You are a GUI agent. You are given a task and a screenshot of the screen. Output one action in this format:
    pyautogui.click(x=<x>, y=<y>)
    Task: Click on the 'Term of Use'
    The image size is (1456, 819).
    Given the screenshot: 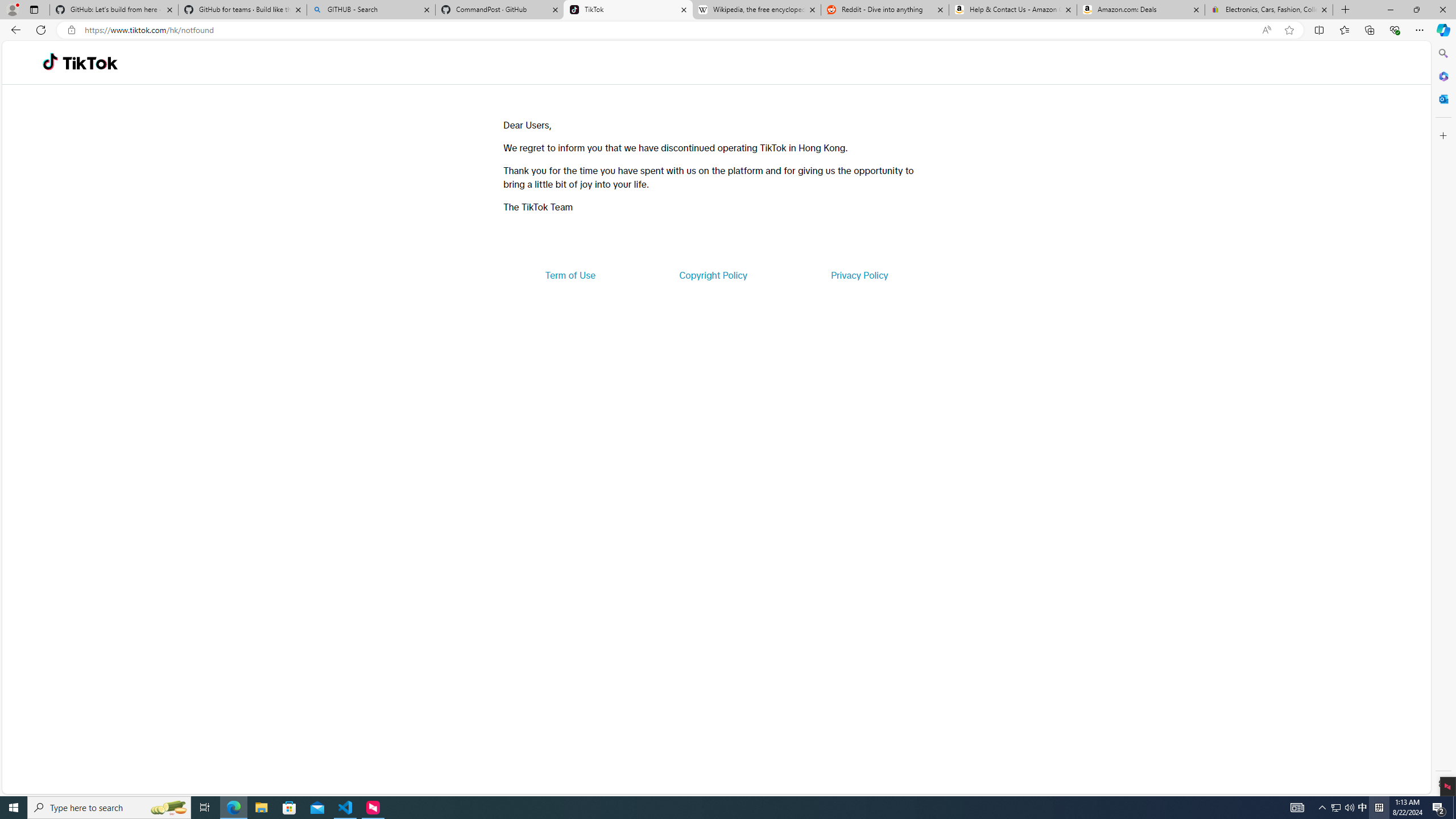 What is the action you would take?
    pyautogui.click(x=570, y=274)
    